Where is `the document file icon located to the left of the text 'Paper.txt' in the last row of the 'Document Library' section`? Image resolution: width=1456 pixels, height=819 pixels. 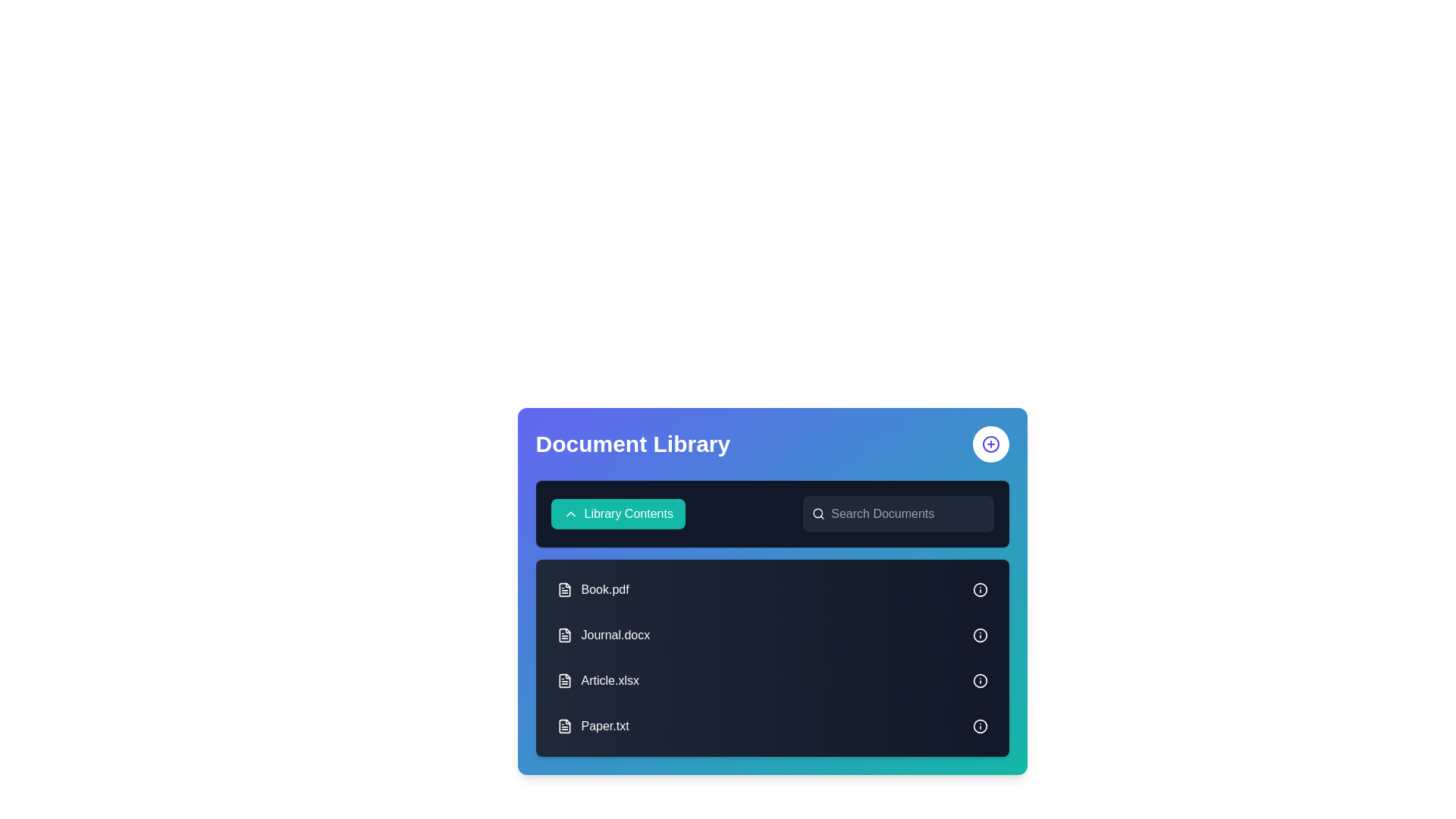 the document file icon located to the left of the text 'Paper.txt' in the last row of the 'Document Library' section is located at coordinates (563, 725).